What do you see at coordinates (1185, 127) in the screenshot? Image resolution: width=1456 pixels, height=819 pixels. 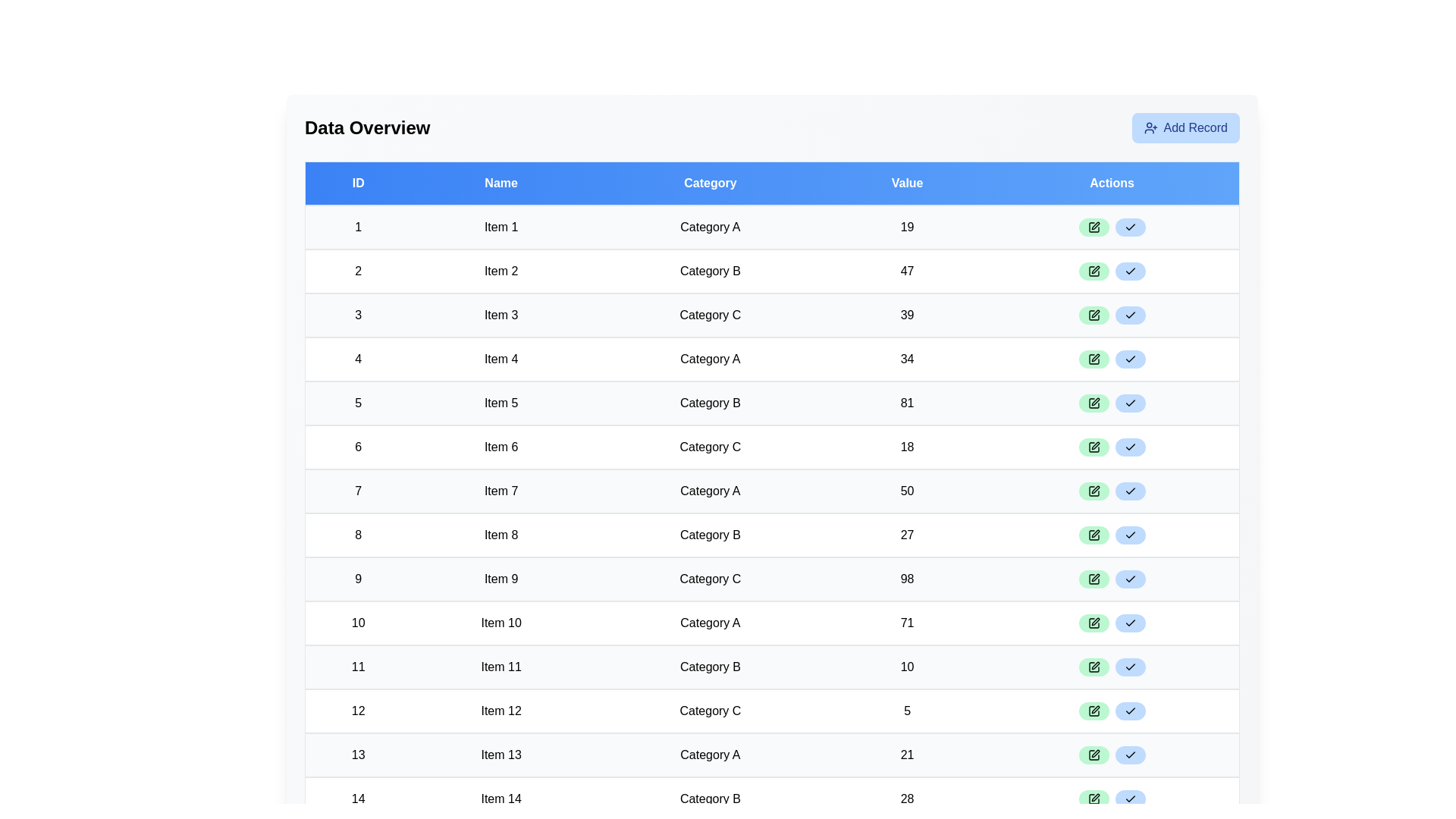 I see `the 'Add Record' button to add a new record` at bounding box center [1185, 127].